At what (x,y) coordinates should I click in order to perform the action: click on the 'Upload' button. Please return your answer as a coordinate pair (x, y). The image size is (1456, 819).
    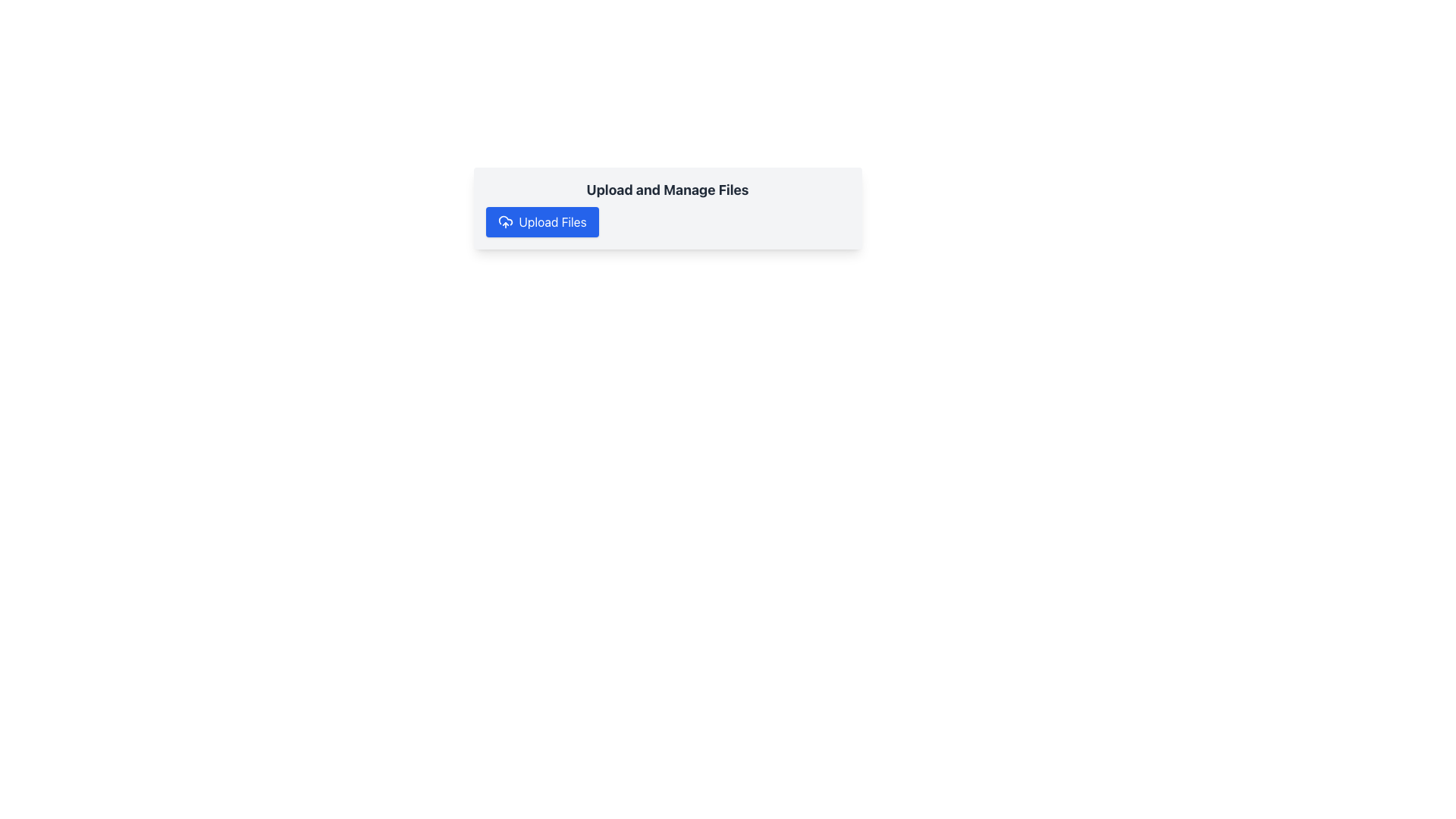
    Looking at the image, I should click on (542, 222).